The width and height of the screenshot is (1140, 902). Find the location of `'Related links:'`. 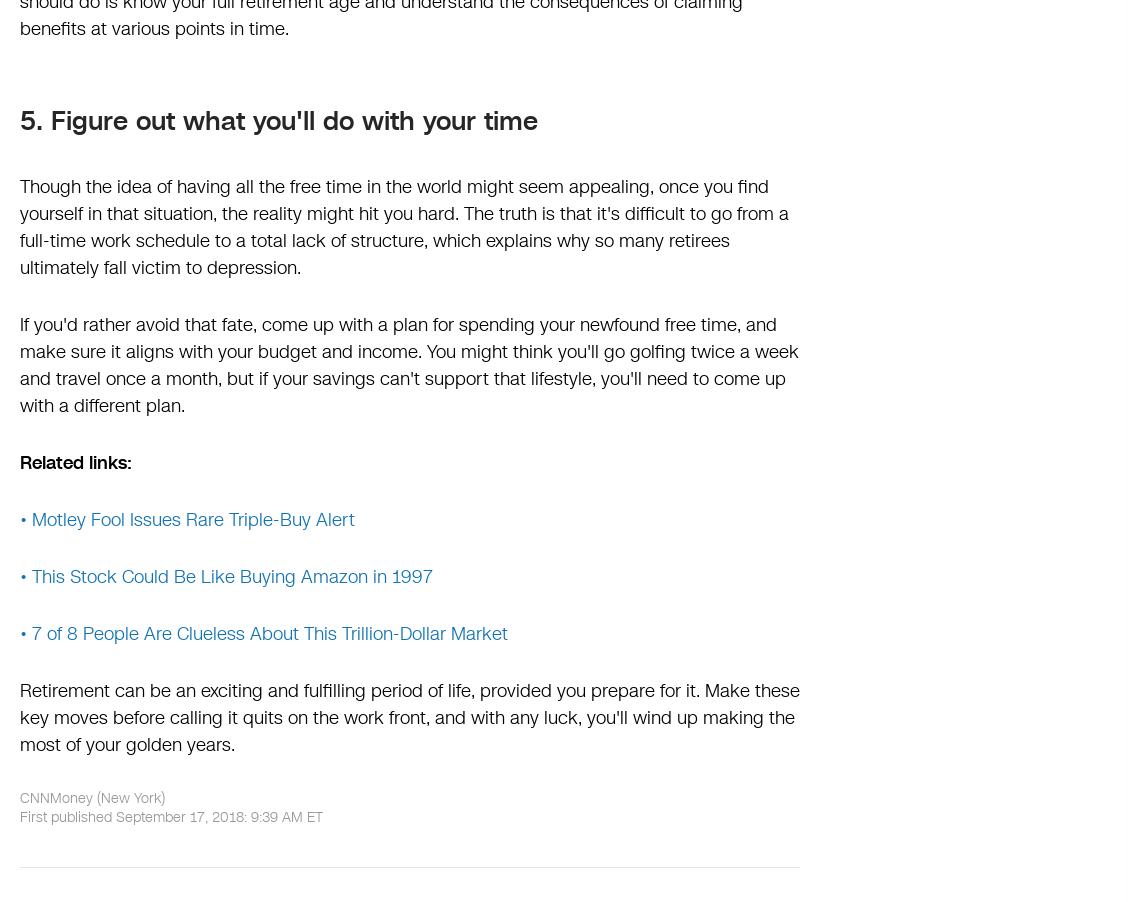

'Related links:' is located at coordinates (19, 462).